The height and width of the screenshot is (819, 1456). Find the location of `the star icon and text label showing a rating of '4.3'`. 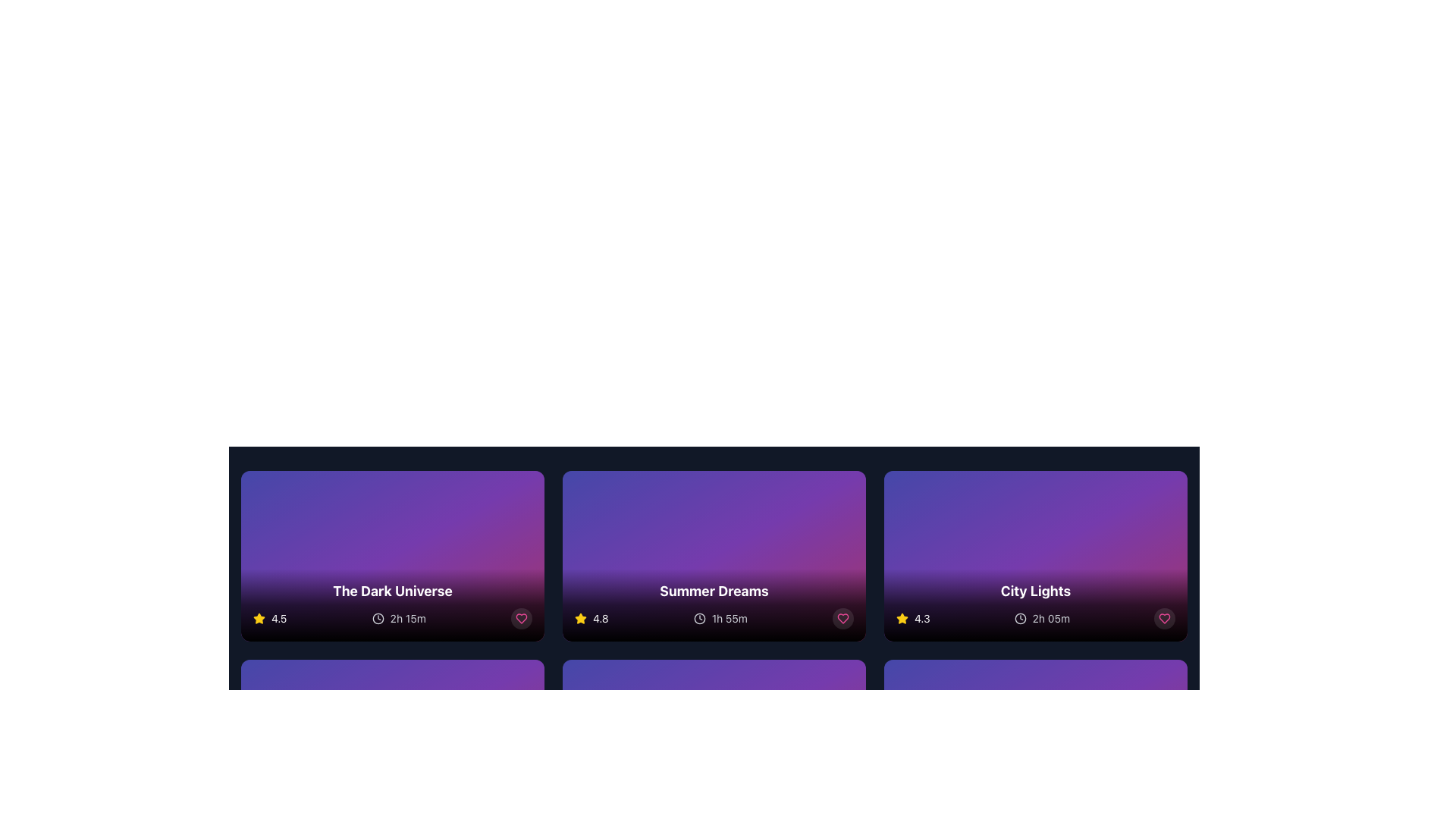

the star icon and text label showing a rating of '4.3' is located at coordinates (912, 619).